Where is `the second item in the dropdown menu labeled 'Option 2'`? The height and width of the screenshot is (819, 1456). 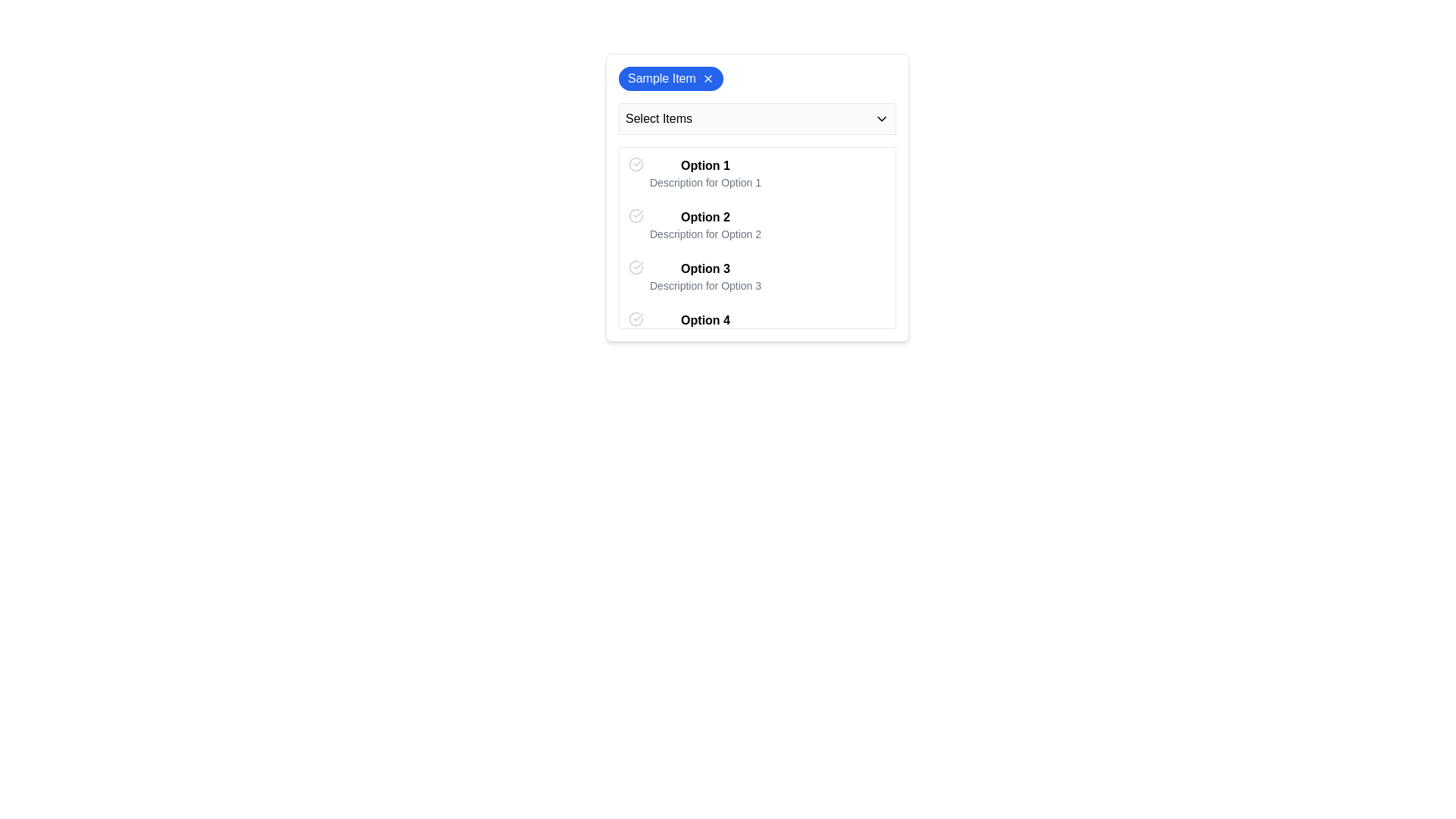 the second item in the dropdown menu labeled 'Option 2' is located at coordinates (757, 225).